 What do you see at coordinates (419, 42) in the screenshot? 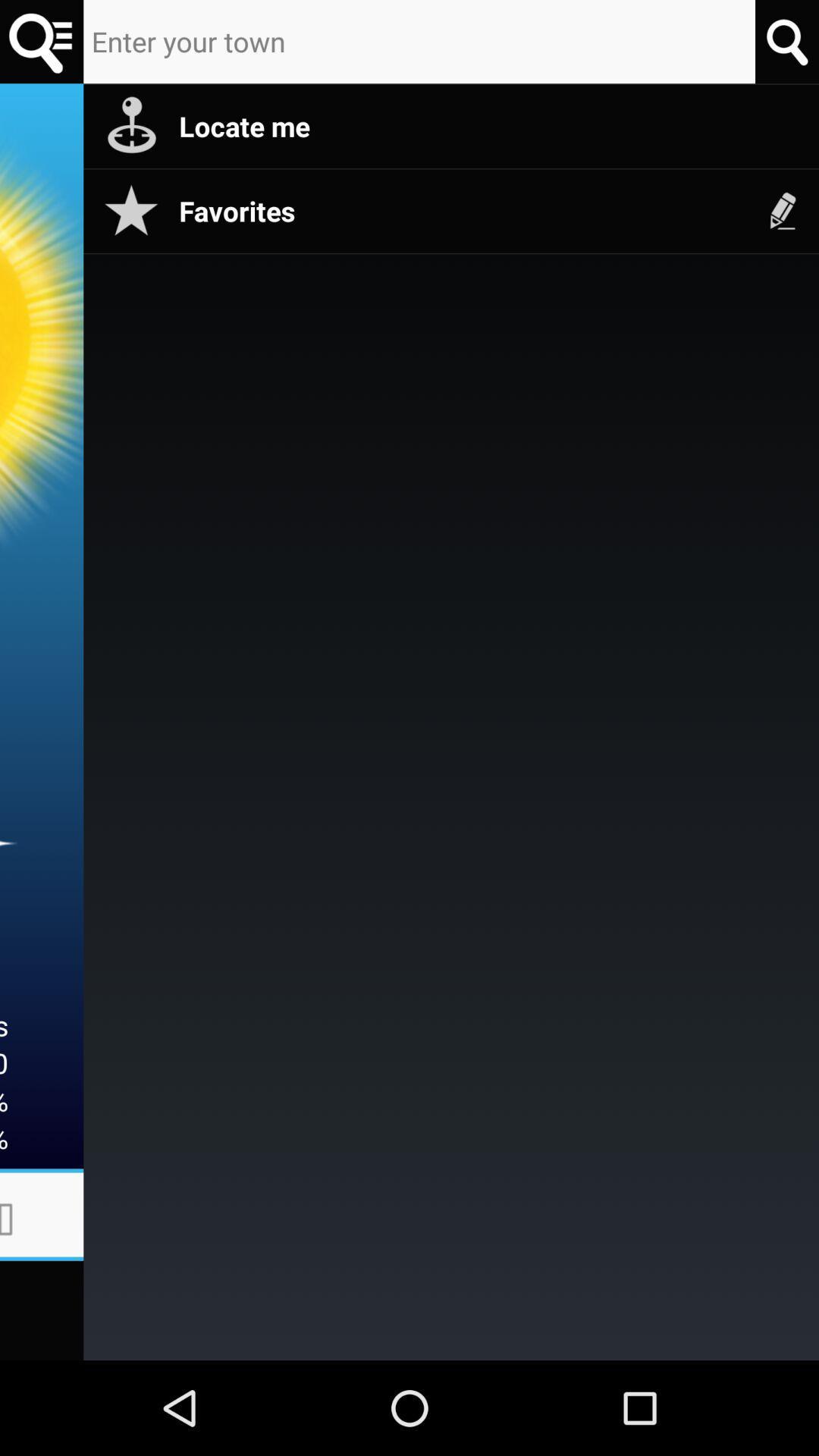
I see `enter your town` at bounding box center [419, 42].